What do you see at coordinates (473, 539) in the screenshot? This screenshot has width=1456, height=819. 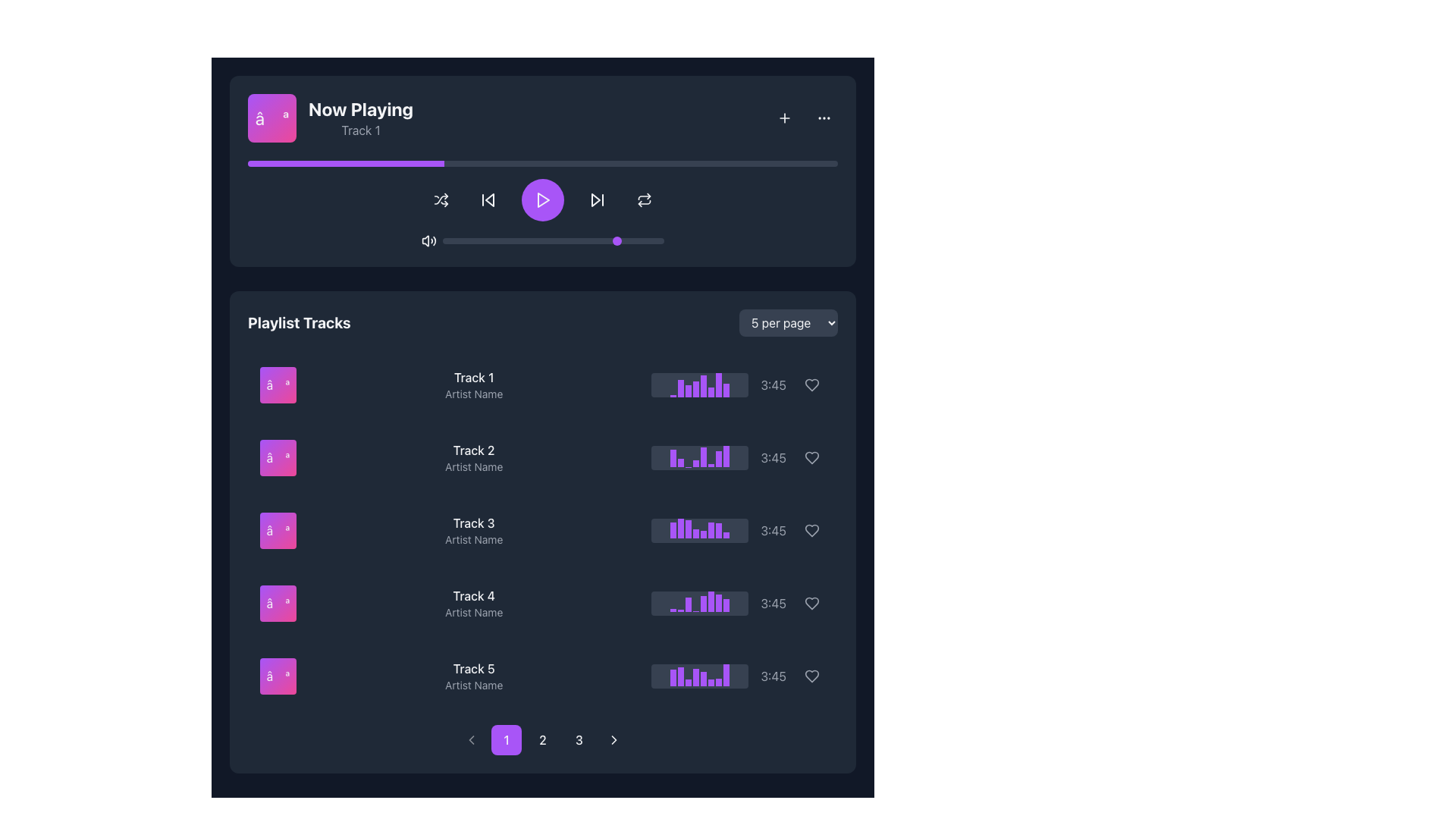 I see `the text element that displays the name of the artist associated with 'Track 3' in the playlist, located directly beneath the title 'Track 3'` at bounding box center [473, 539].